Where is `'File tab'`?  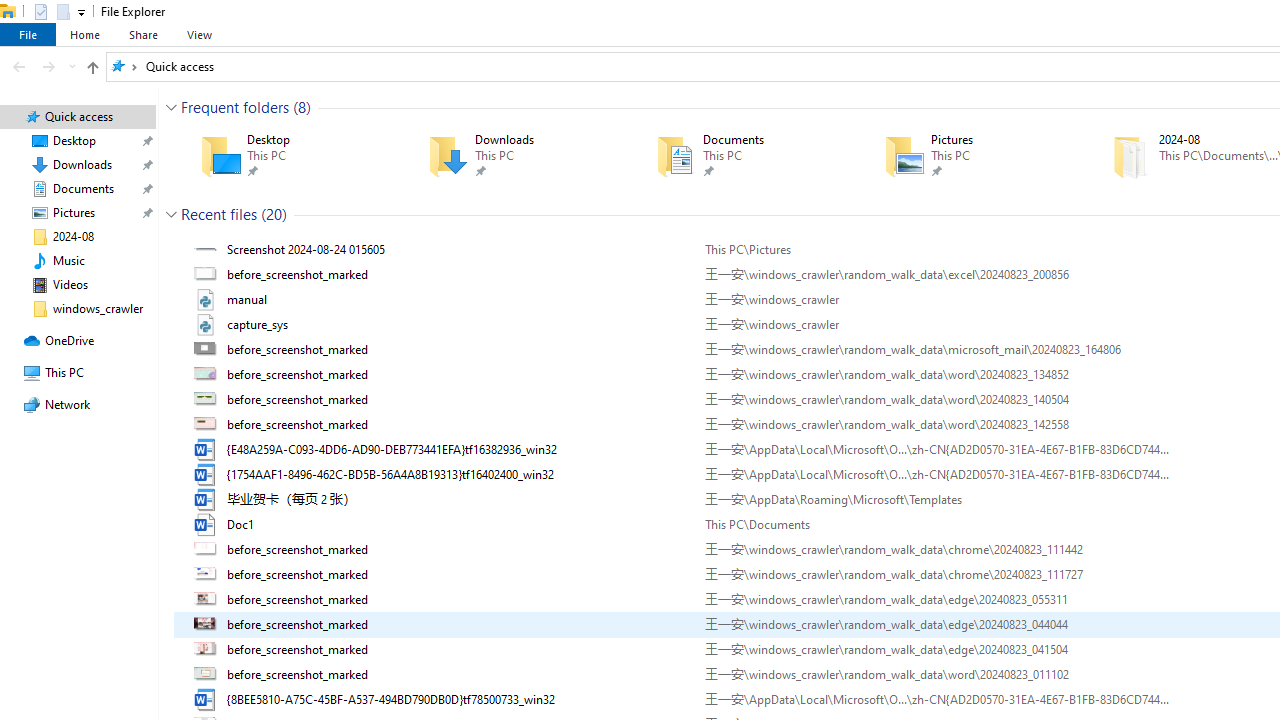
'File tab' is located at coordinates (28, 34).